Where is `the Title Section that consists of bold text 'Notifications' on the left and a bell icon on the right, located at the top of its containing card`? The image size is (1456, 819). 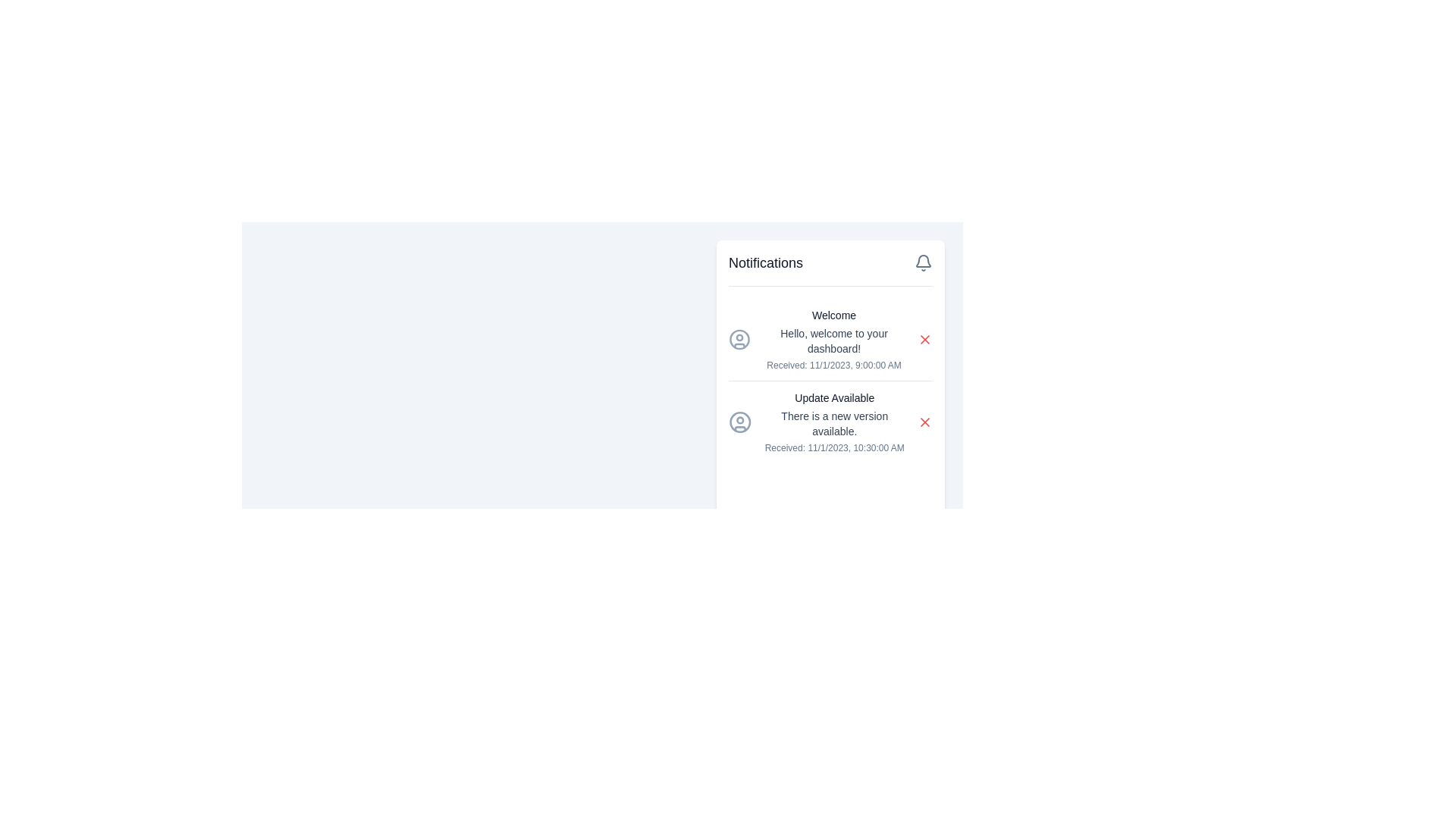 the Title Section that consists of bold text 'Notifications' on the left and a bell icon on the right, located at the top of its containing card is located at coordinates (830, 268).